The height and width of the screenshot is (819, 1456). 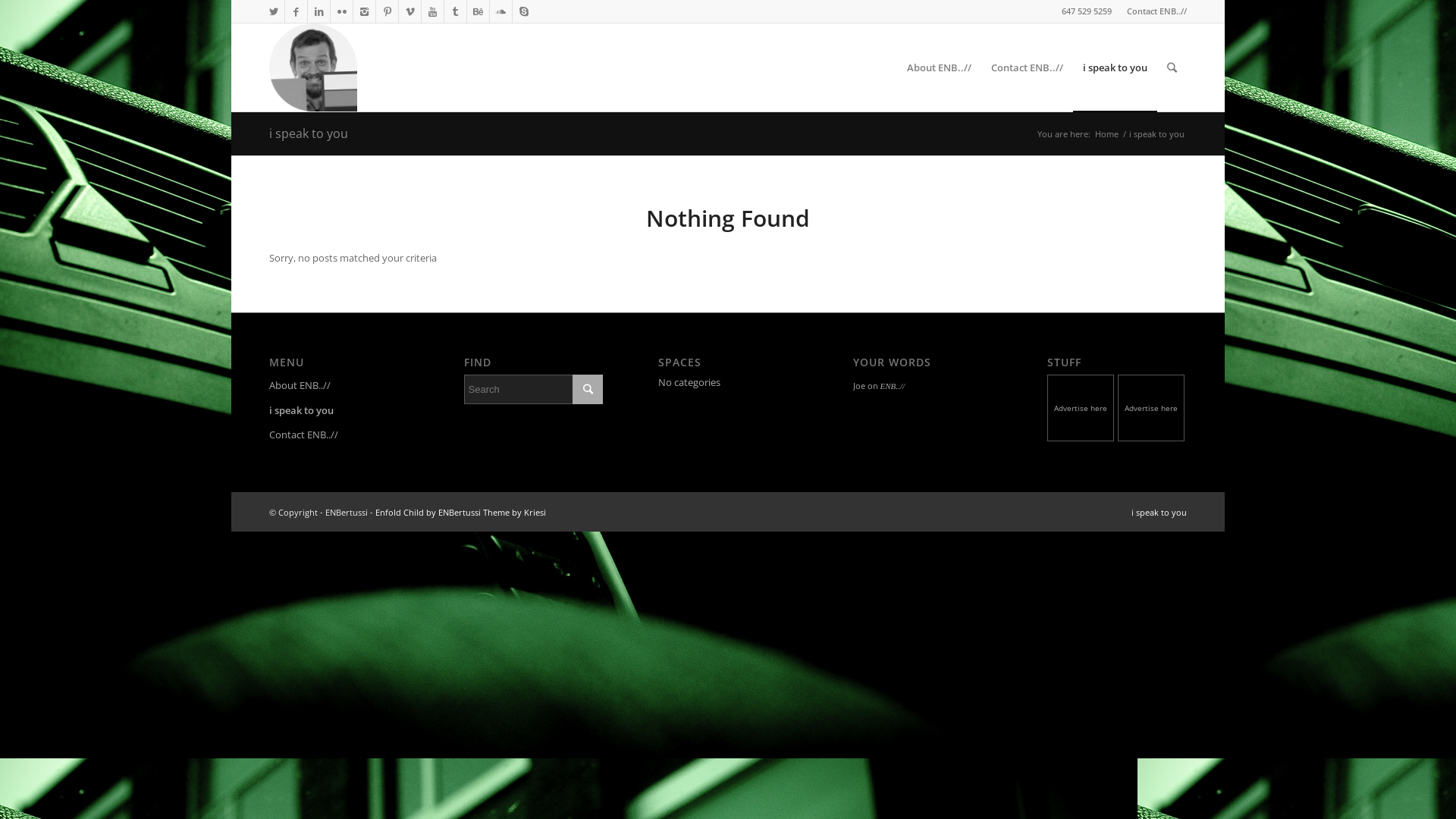 I want to click on 'About ENB..//', so click(x=938, y=66).